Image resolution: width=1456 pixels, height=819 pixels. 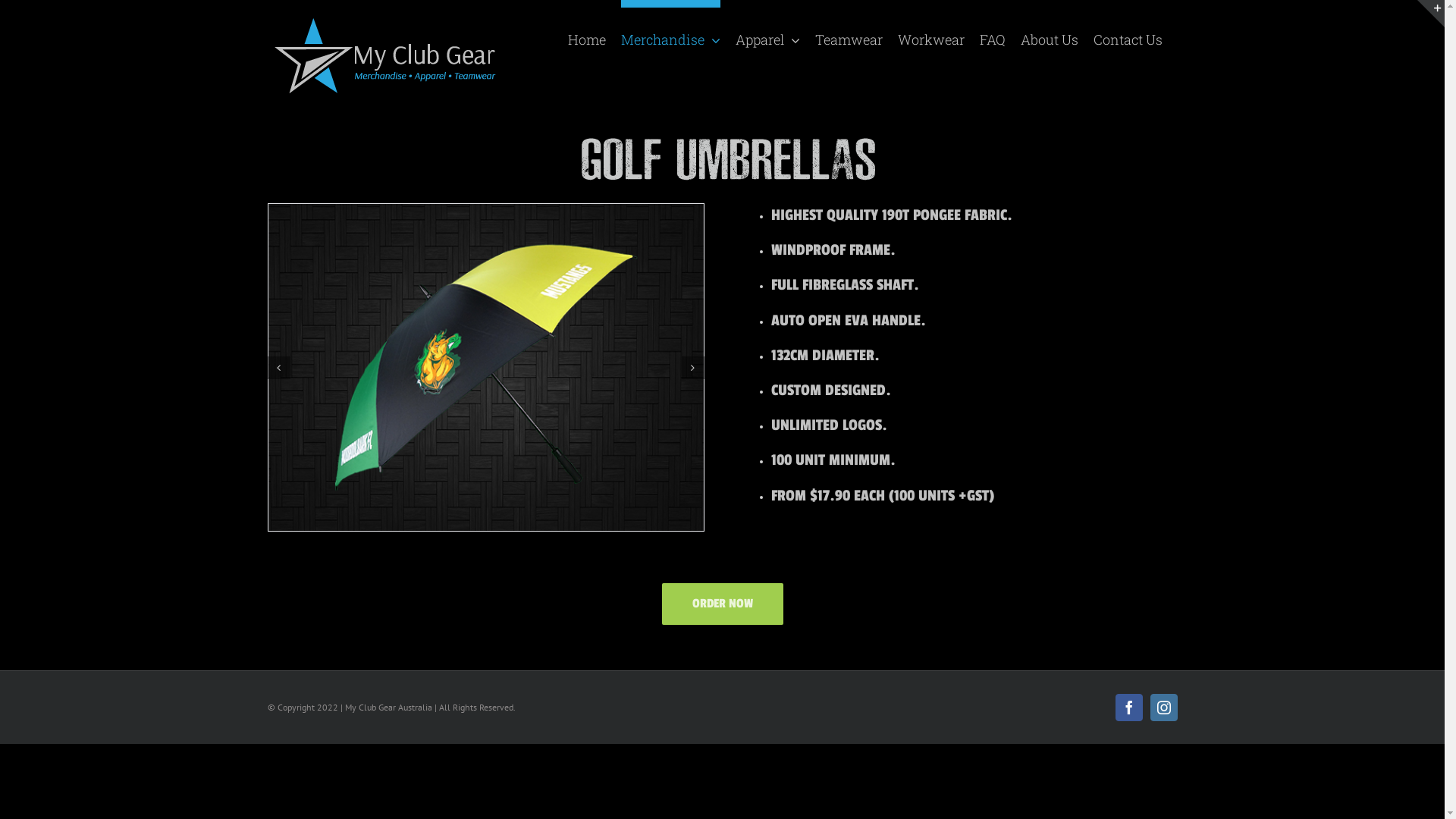 What do you see at coordinates (993, 34) in the screenshot?
I see `'FAQ'` at bounding box center [993, 34].